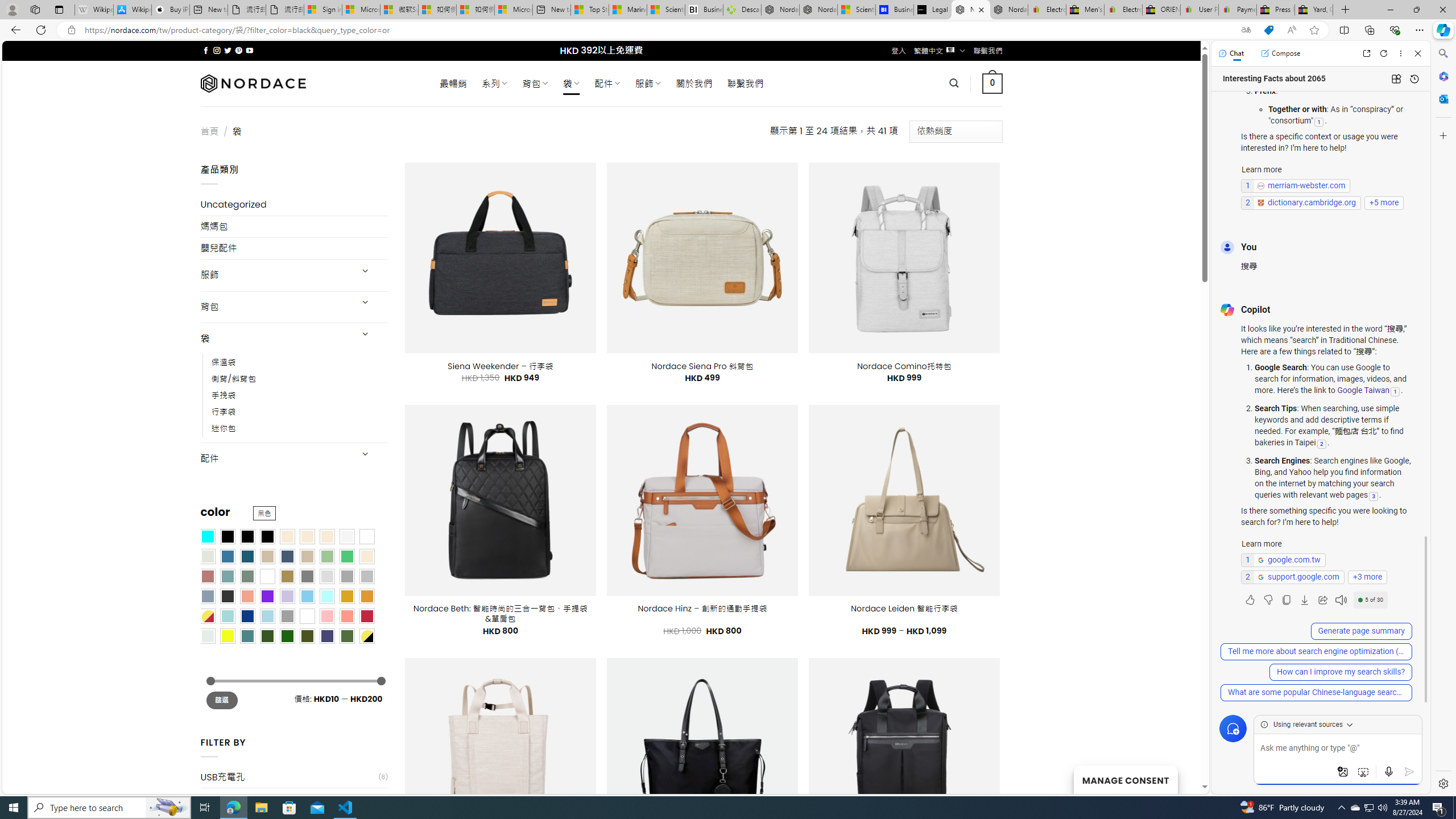 Image resolution: width=1456 pixels, height=819 pixels. I want to click on 'Uncategorized', so click(294, 205).